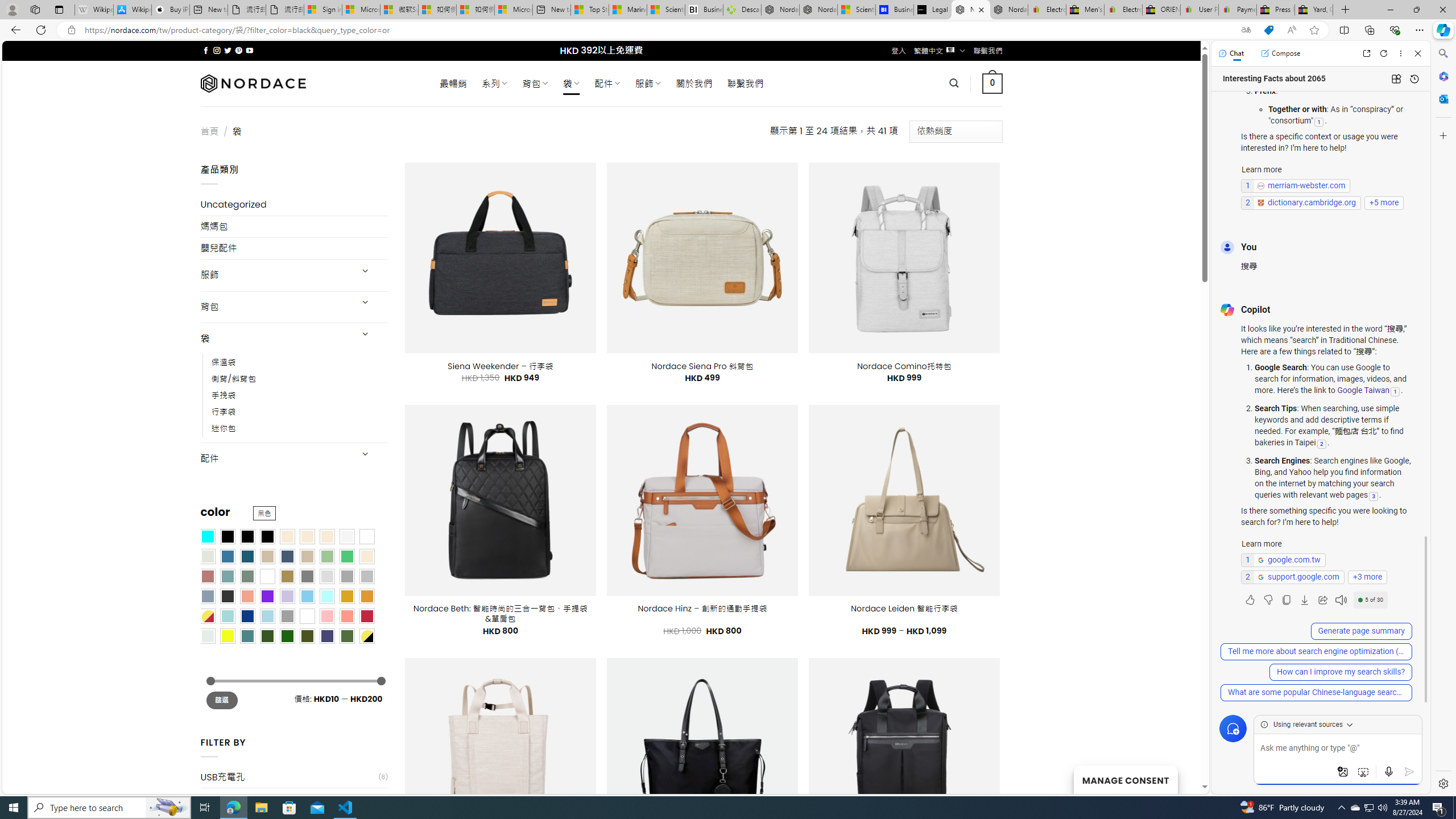 Image resolution: width=1456 pixels, height=819 pixels. I want to click on 'Uncategorized', so click(294, 205).